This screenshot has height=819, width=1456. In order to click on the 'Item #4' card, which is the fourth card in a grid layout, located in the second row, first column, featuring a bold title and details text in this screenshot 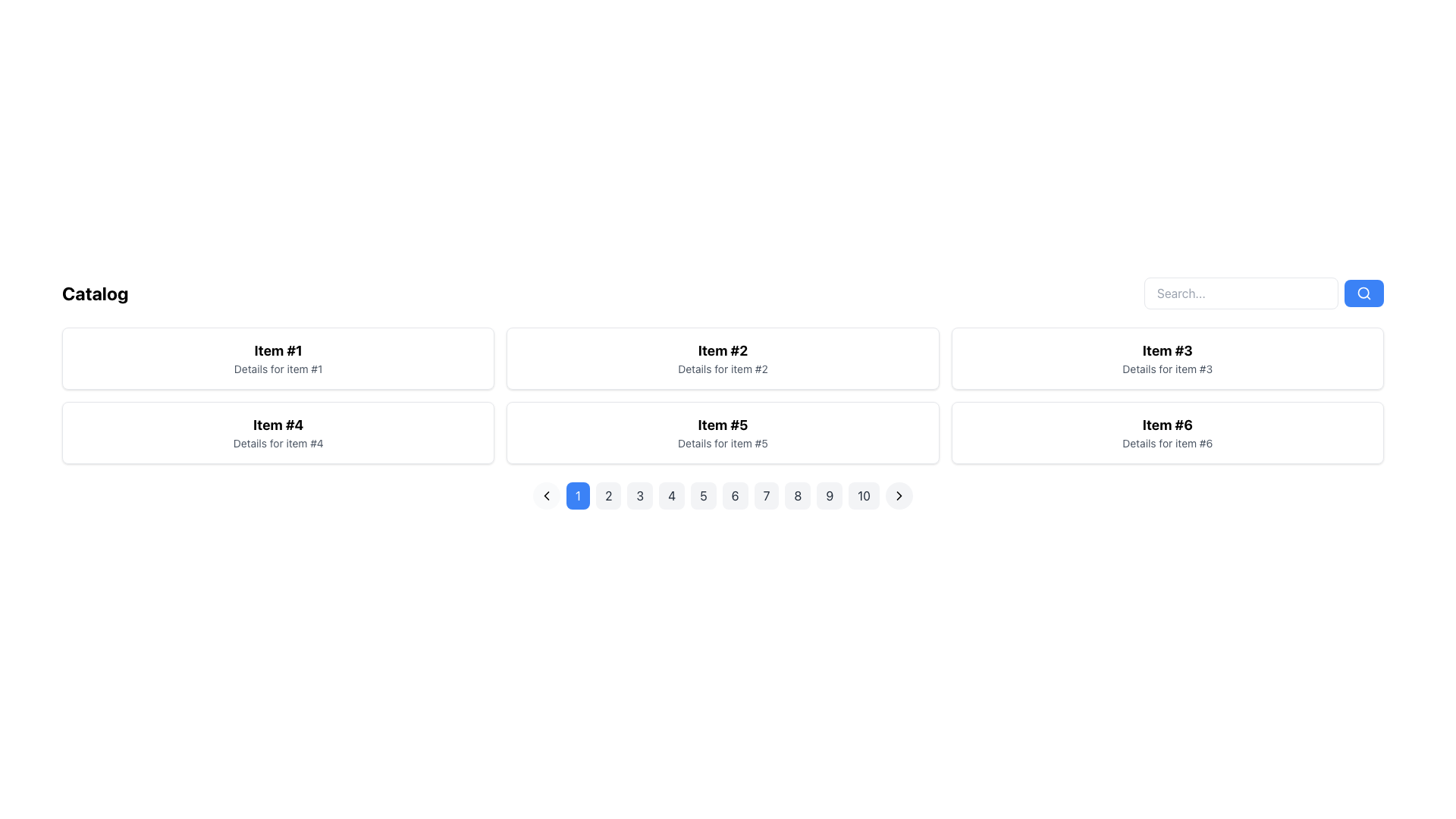, I will do `click(278, 432)`.